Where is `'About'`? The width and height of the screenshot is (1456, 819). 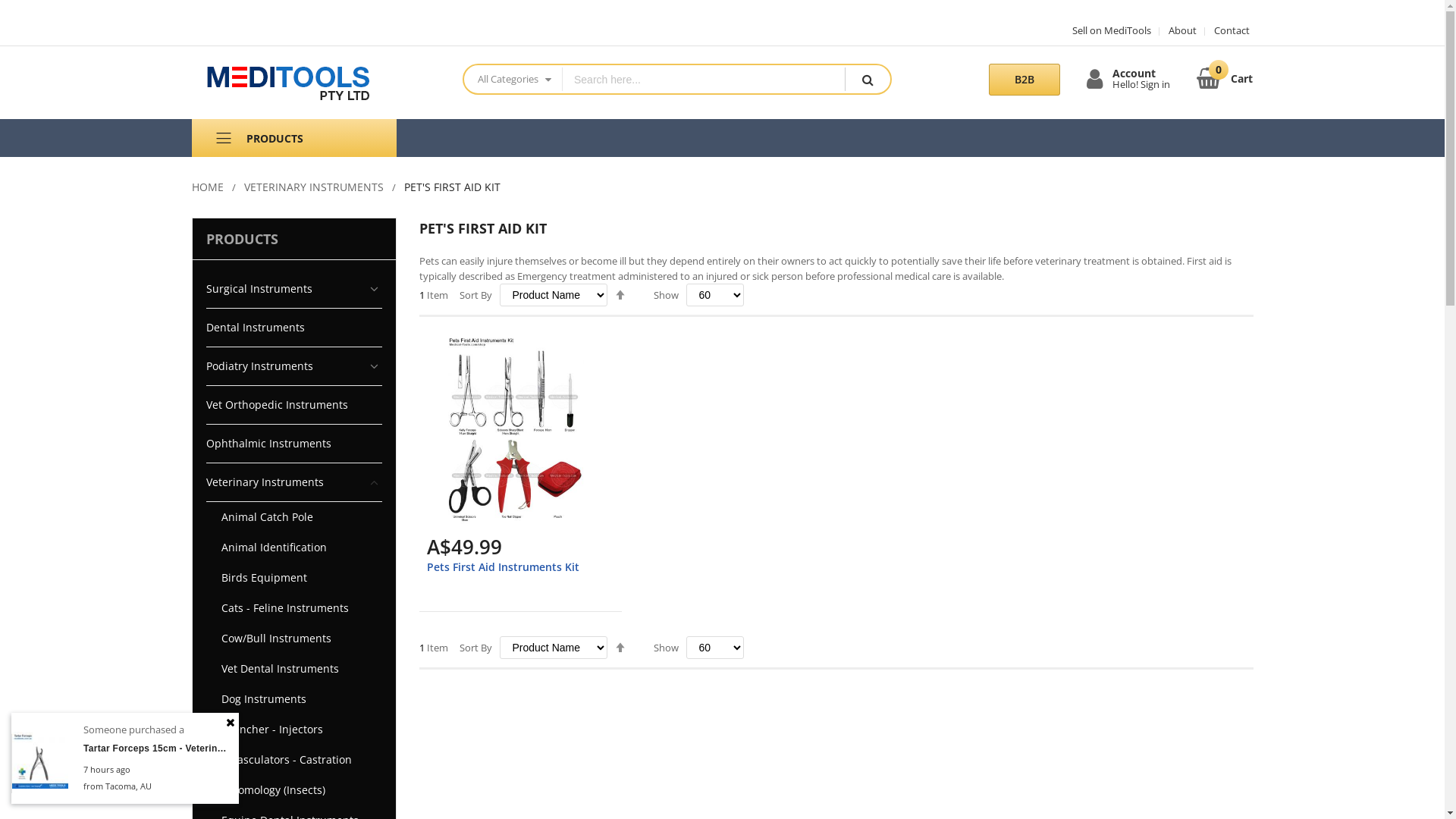
'About' is located at coordinates (1175, 30).